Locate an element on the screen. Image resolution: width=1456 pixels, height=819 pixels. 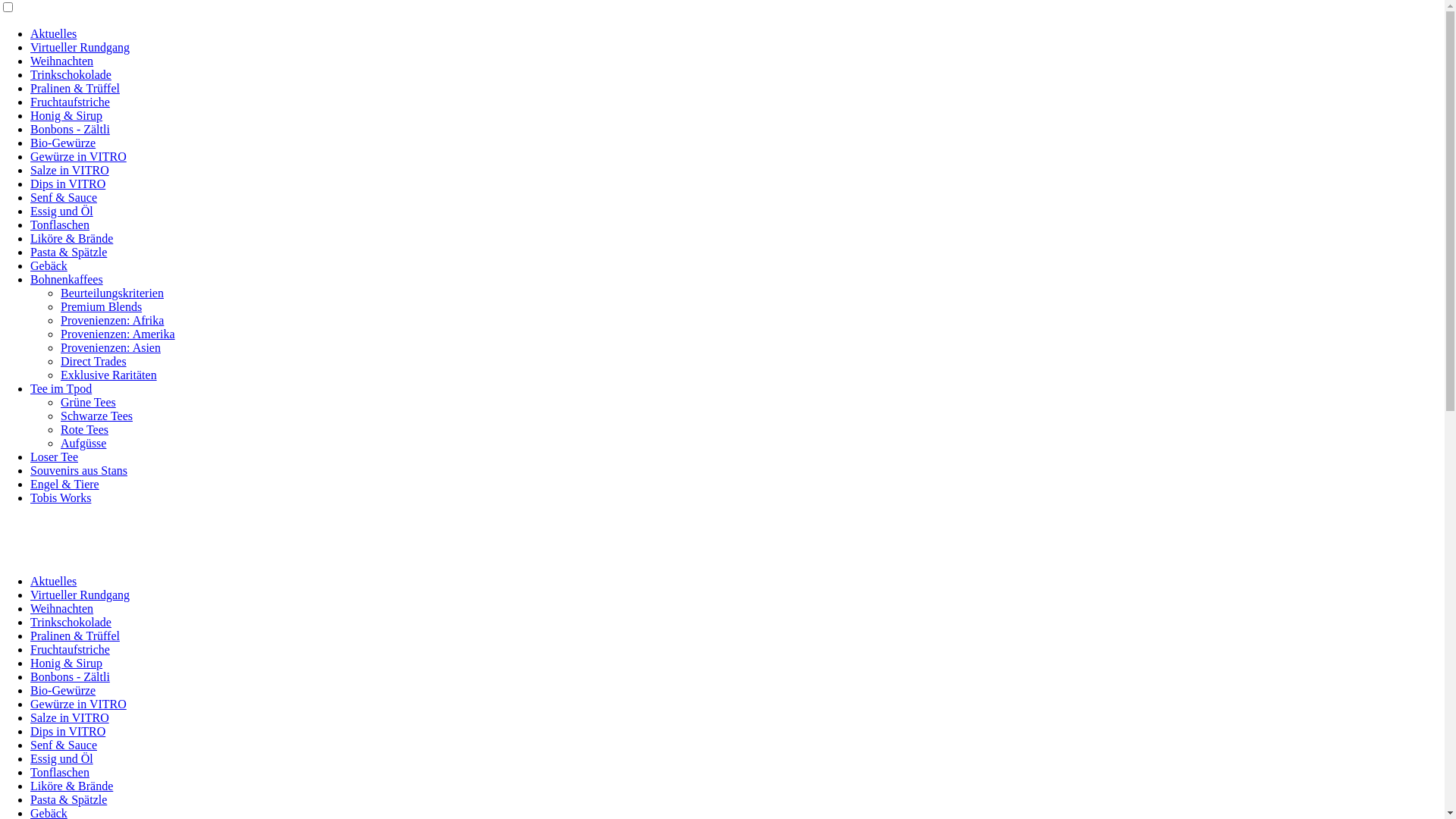
'Premium Blends' is located at coordinates (100, 306).